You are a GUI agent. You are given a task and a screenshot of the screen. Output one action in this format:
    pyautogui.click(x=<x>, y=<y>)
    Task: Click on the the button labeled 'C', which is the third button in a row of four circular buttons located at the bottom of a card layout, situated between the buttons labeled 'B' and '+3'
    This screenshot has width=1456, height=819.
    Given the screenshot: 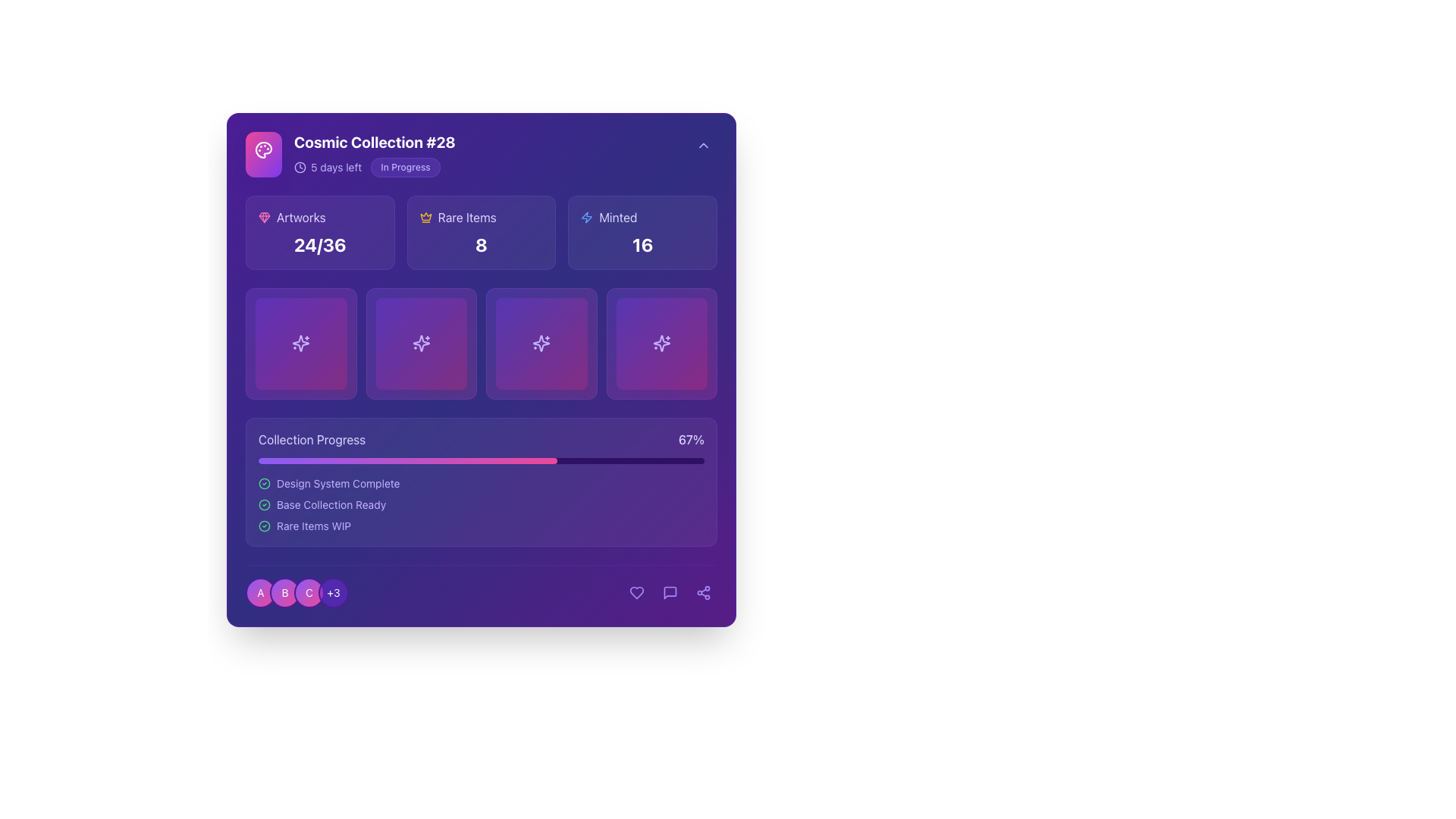 What is the action you would take?
    pyautogui.click(x=309, y=591)
    